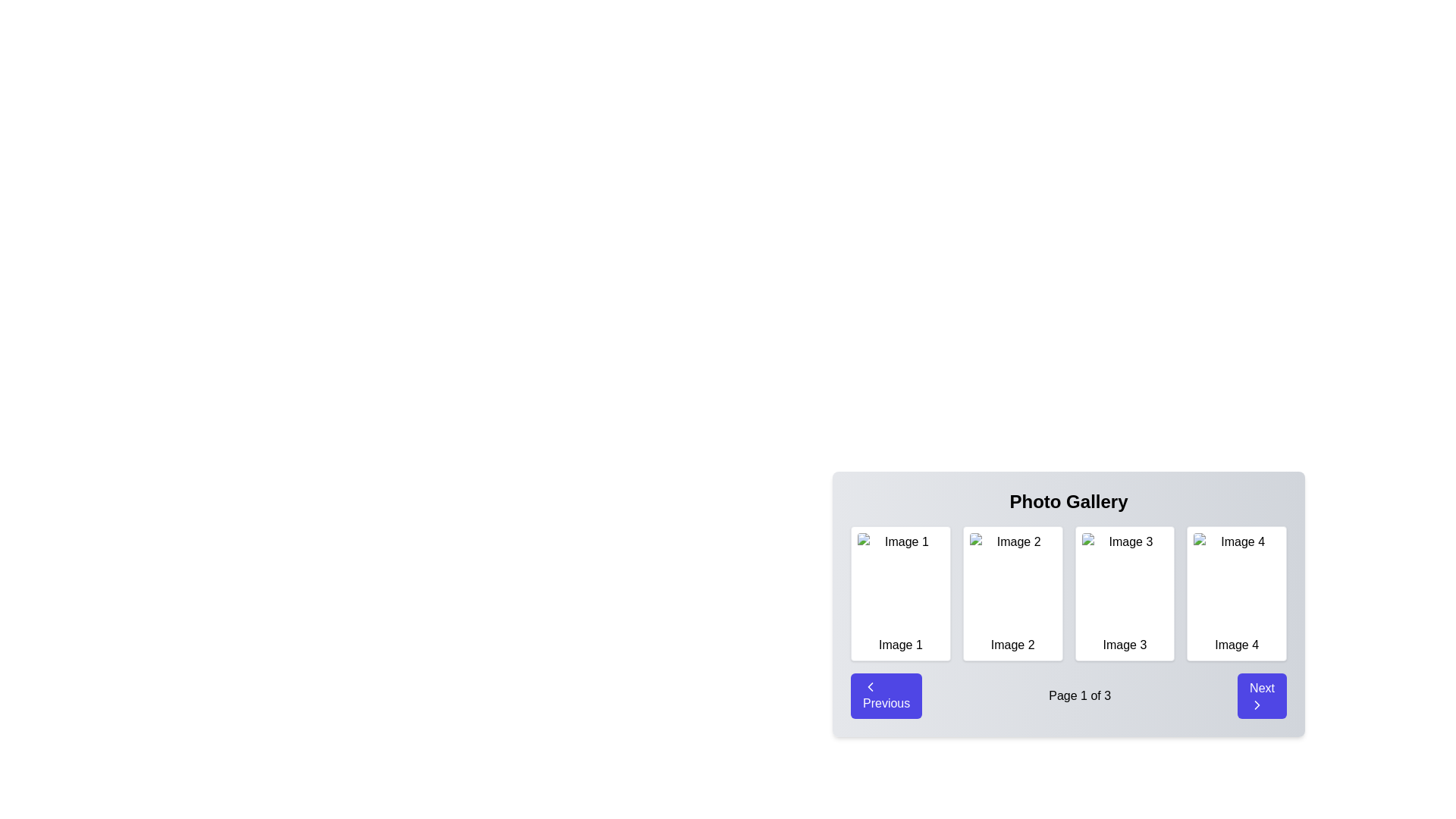  What do you see at coordinates (1012, 581) in the screenshot?
I see `the placeholder image labeled 'Image 2'` at bounding box center [1012, 581].